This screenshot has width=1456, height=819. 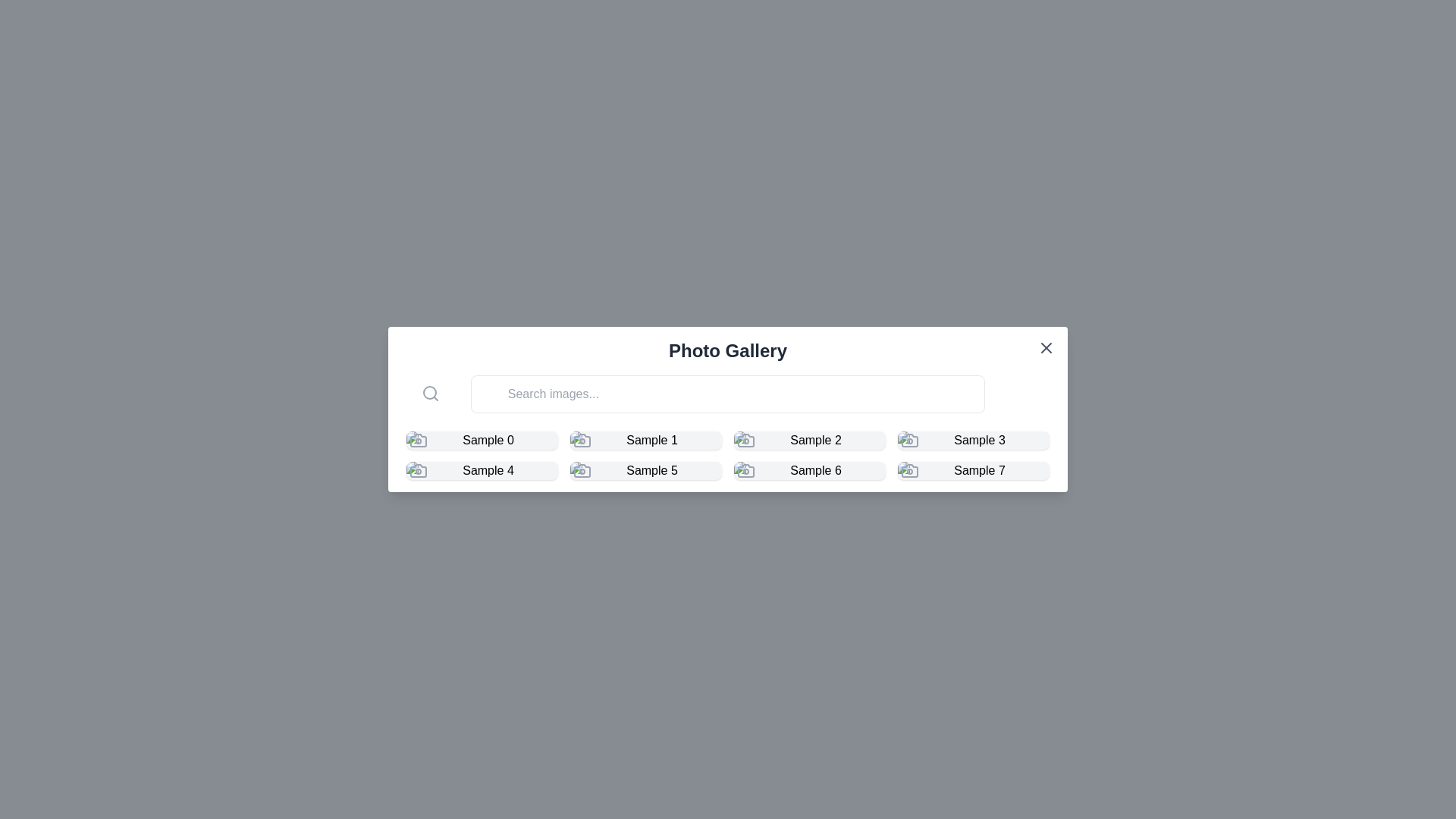 What do you see at coordinates (582, 441) in the screenshot?
I see `the graphic icon or image placeholder labeled 'Sample 1' within the photo gallery interface` at bounding box center [582, 441].